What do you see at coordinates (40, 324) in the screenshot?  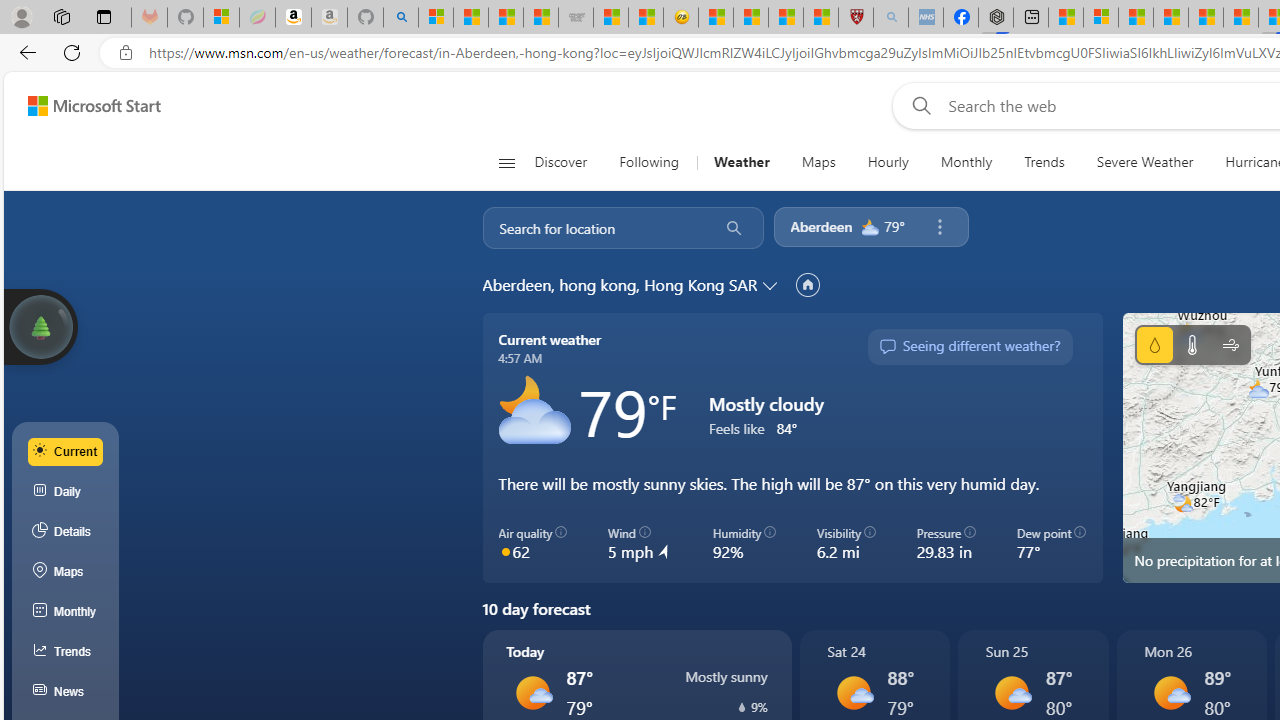 I see `'Join us in planting real trees to help our planet!'` at bounding box center [40, 324].